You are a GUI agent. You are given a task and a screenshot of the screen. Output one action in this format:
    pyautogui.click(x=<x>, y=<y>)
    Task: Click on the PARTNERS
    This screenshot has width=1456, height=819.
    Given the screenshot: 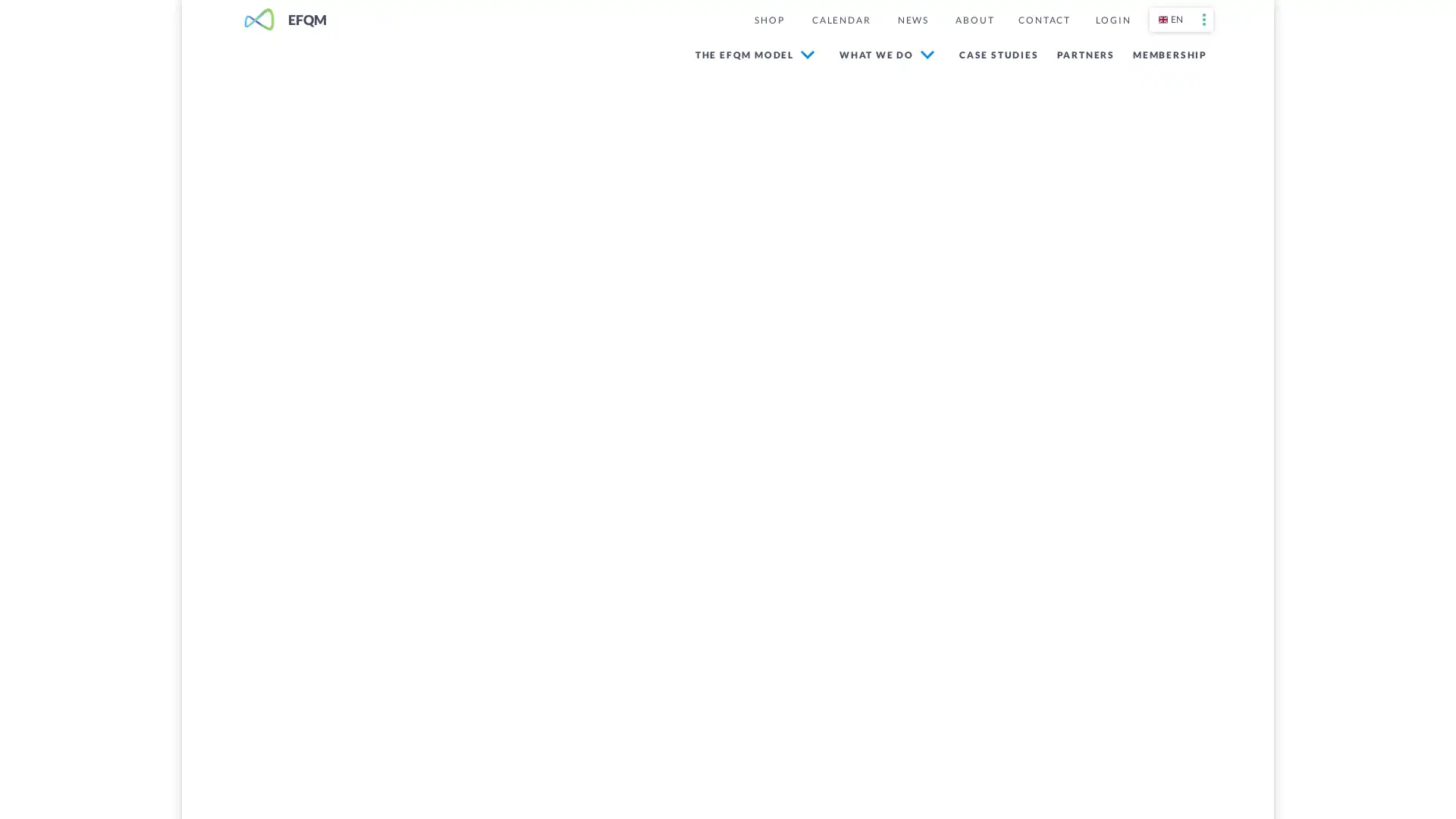 What is the action you would take?
    pyautogui.click(x=1081, y=53)
    